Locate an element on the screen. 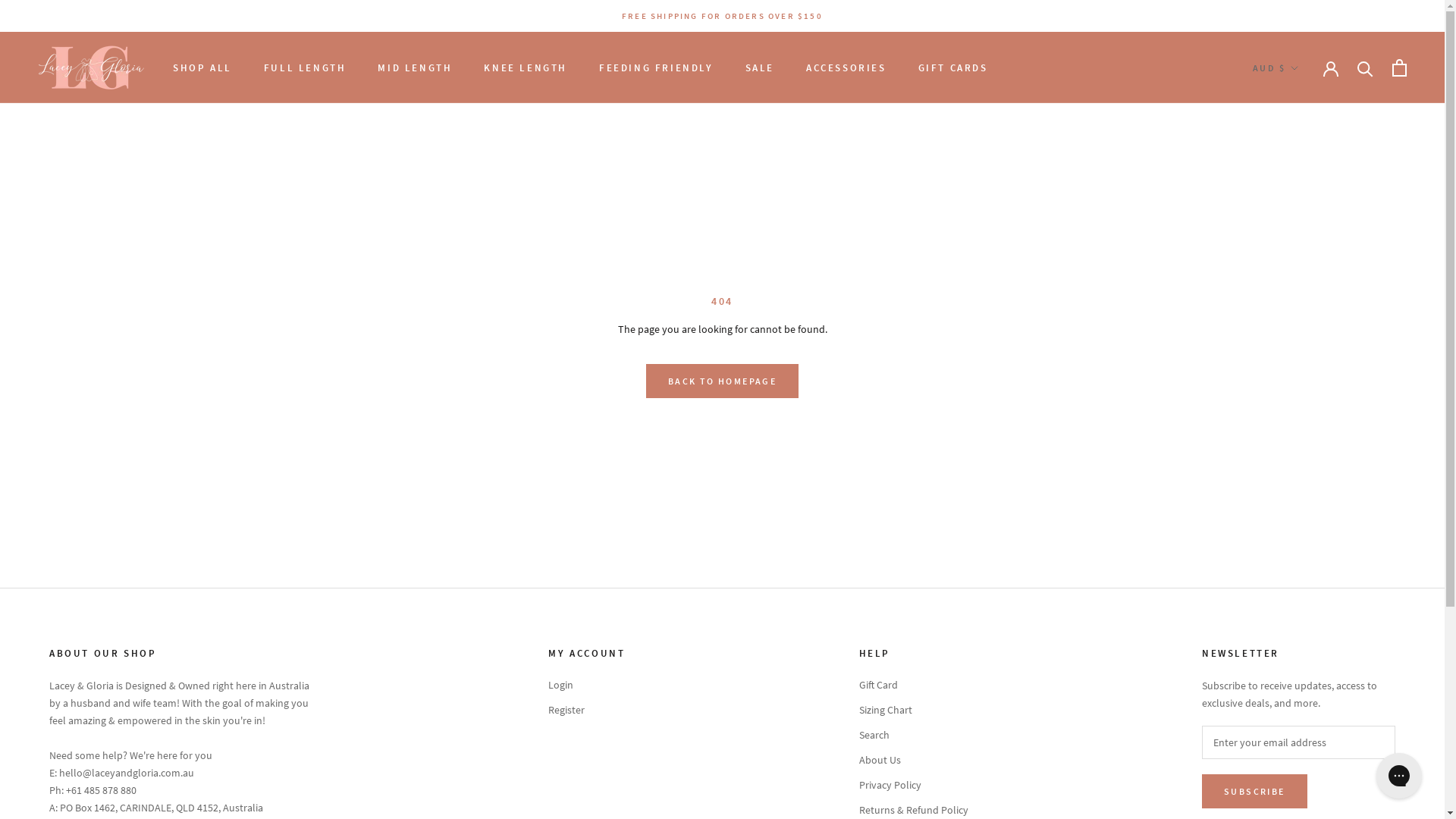 The image size is (1456, 819). 'AUD' is located at coordinates (1292, 102).